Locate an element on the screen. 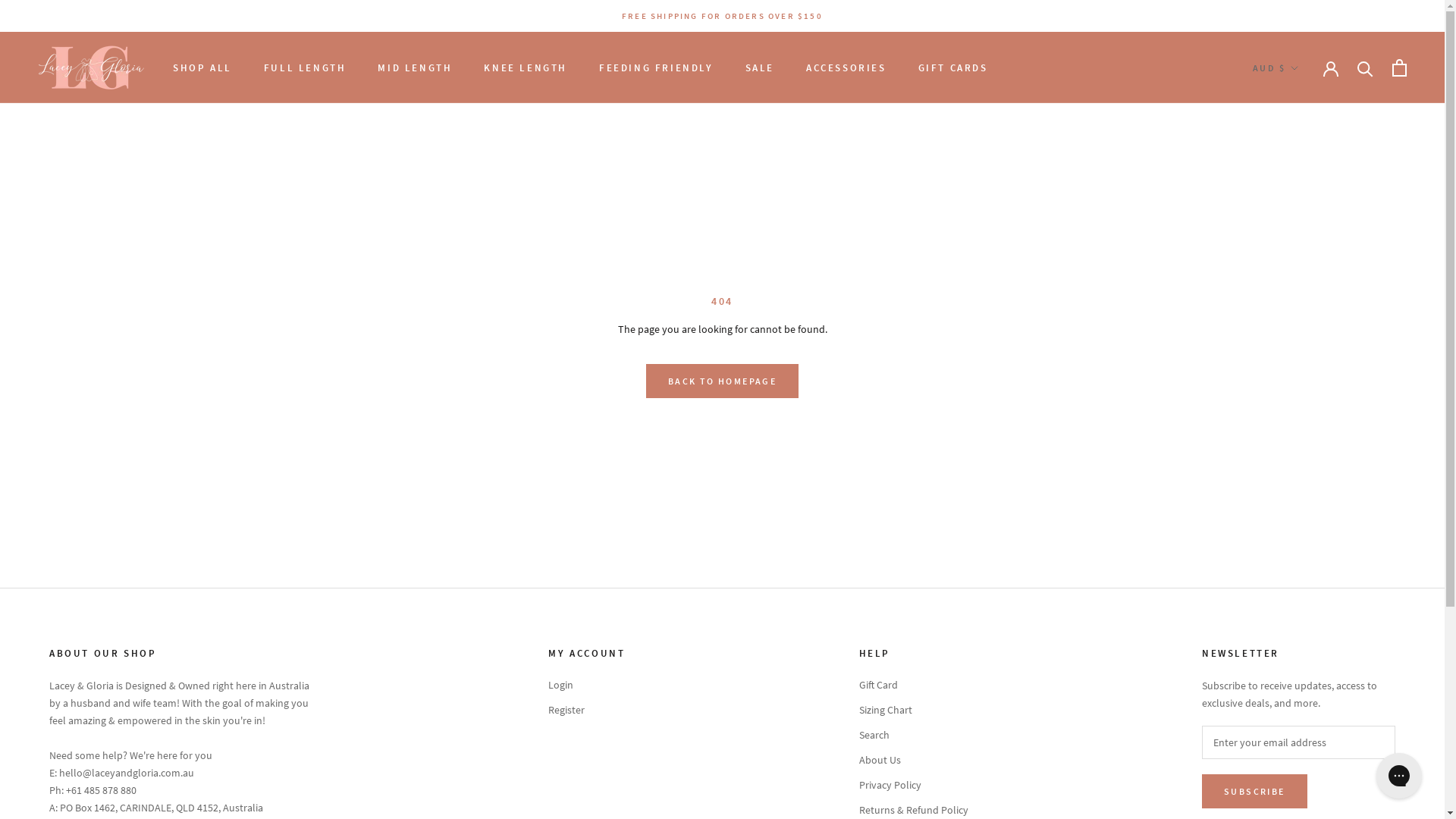 The image size is (1456, 819). 'AUD' is located at coordinates (1292, 102).